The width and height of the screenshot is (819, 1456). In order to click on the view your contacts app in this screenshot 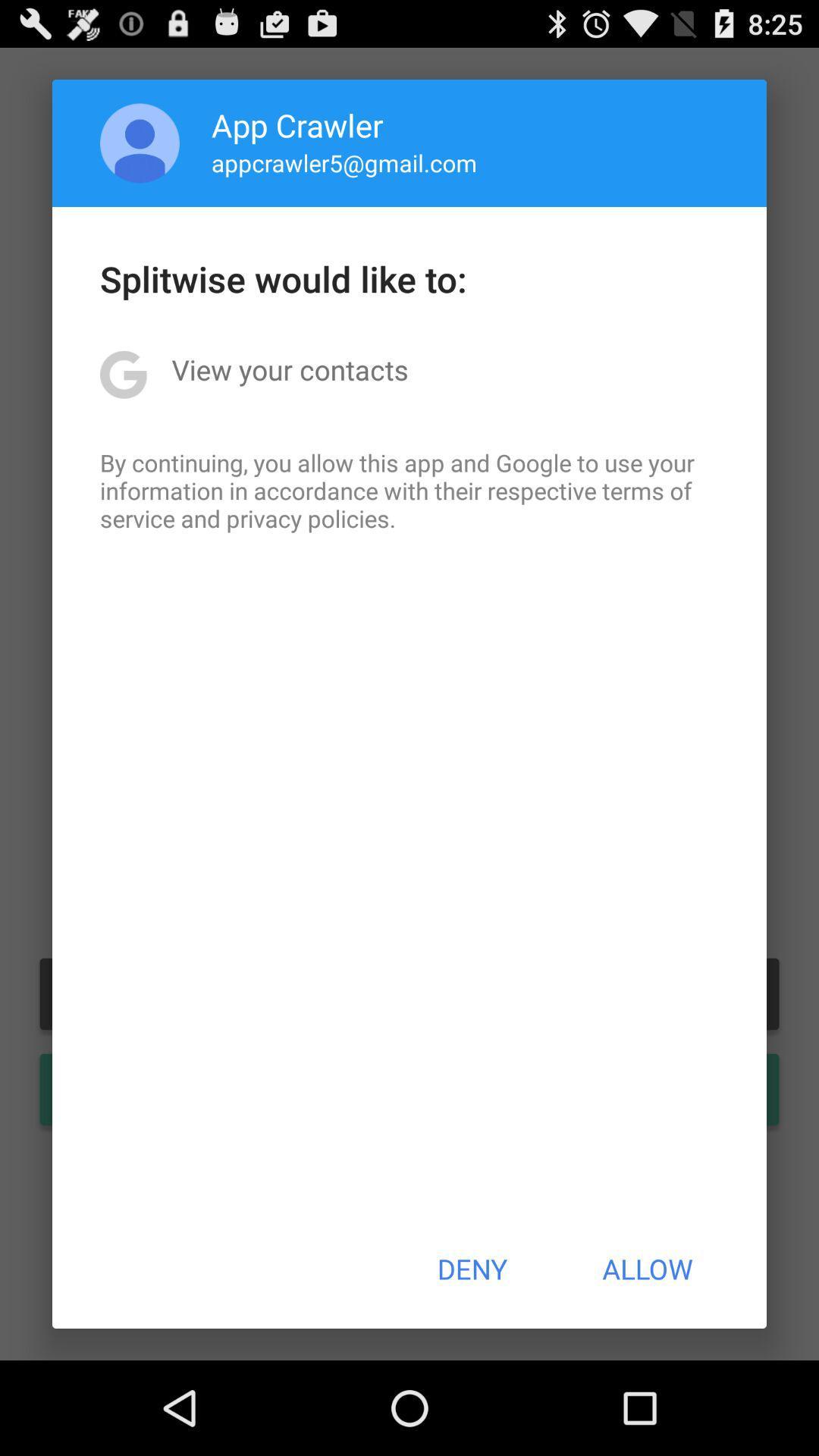, I will do `click(290, 369)`.